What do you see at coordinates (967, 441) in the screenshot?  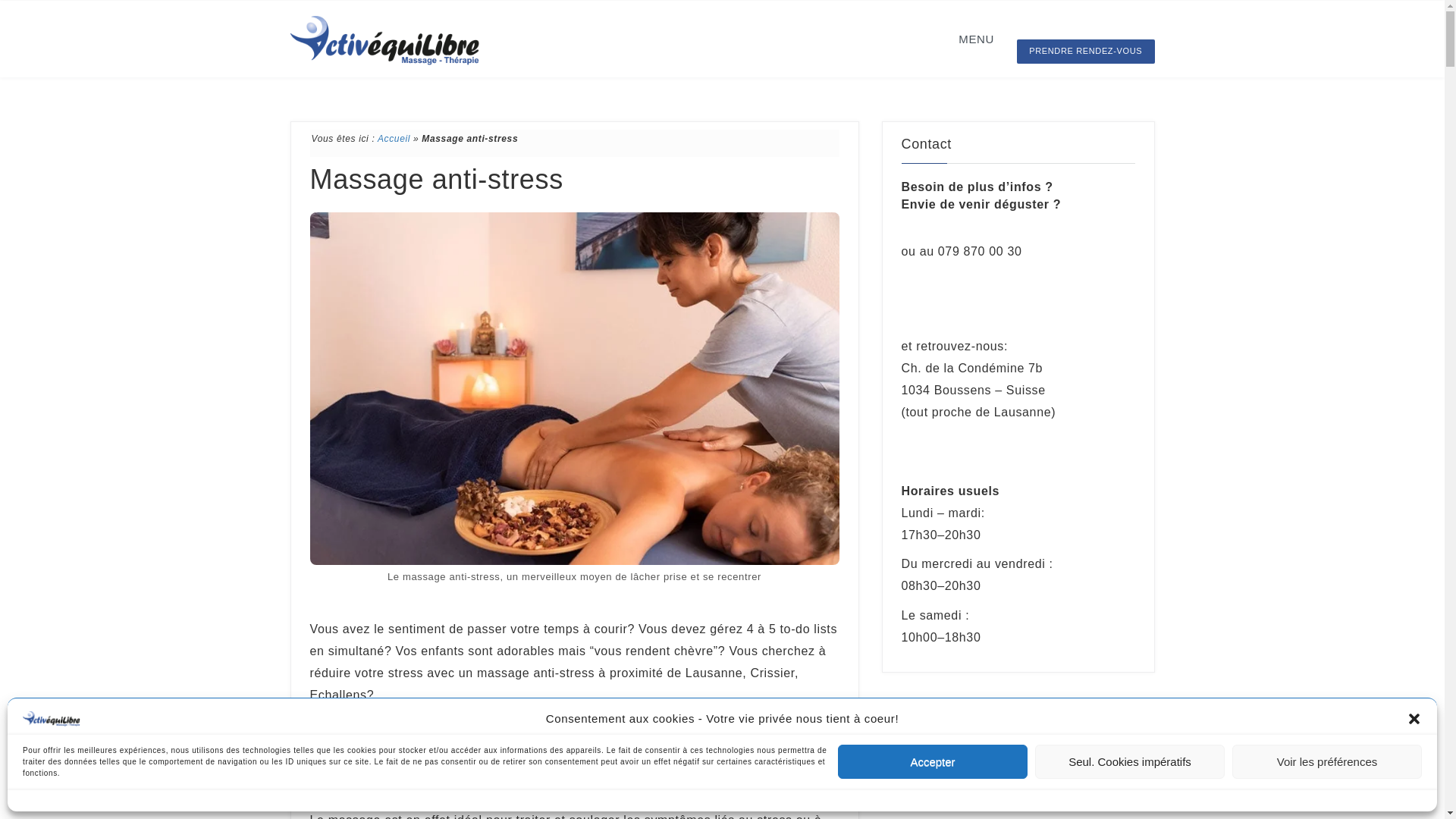 I see `'Lien Google Maps'` at bounding box center [967, 441].